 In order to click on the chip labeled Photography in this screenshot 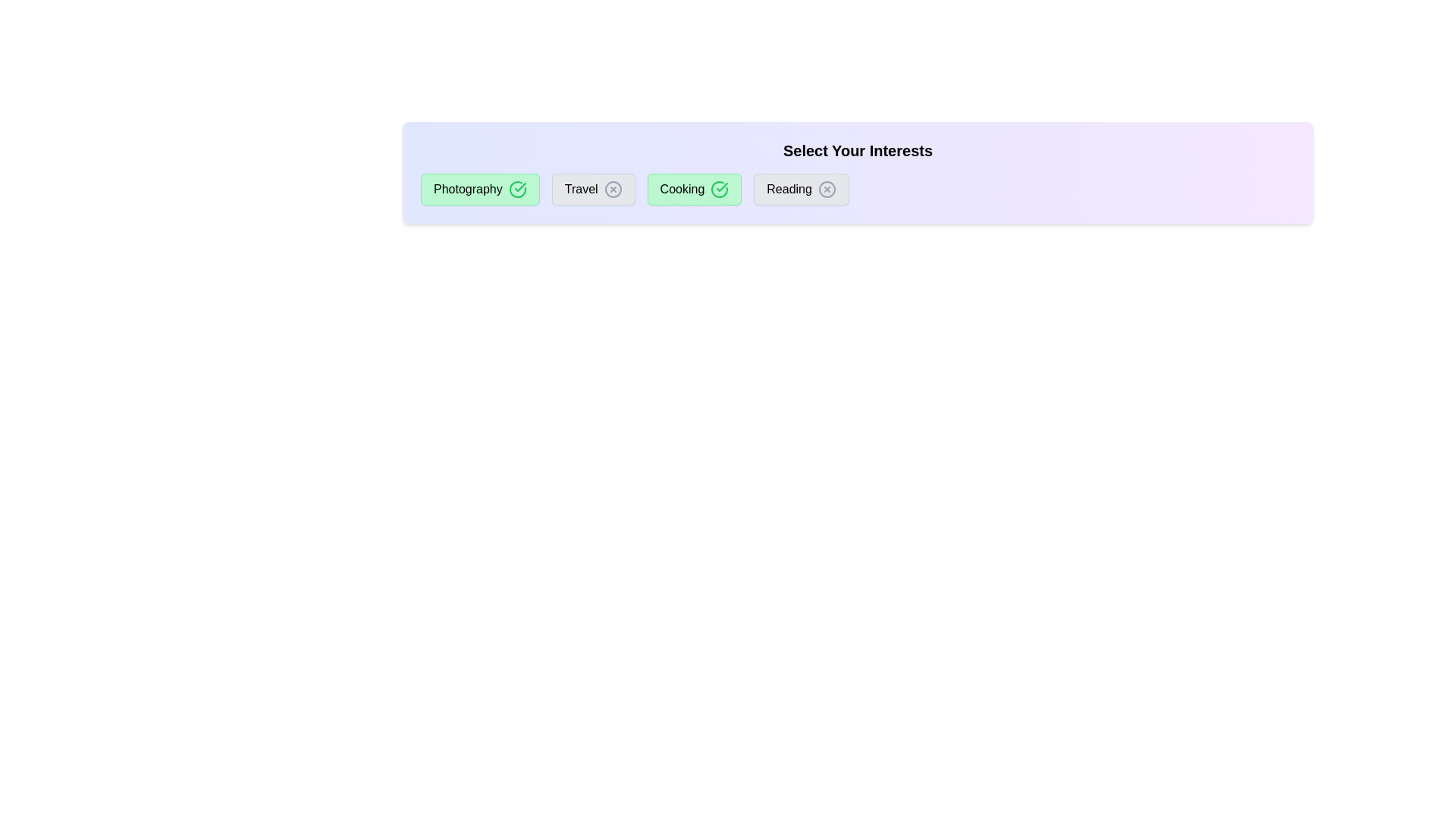, I will do `click(479, 189)`.